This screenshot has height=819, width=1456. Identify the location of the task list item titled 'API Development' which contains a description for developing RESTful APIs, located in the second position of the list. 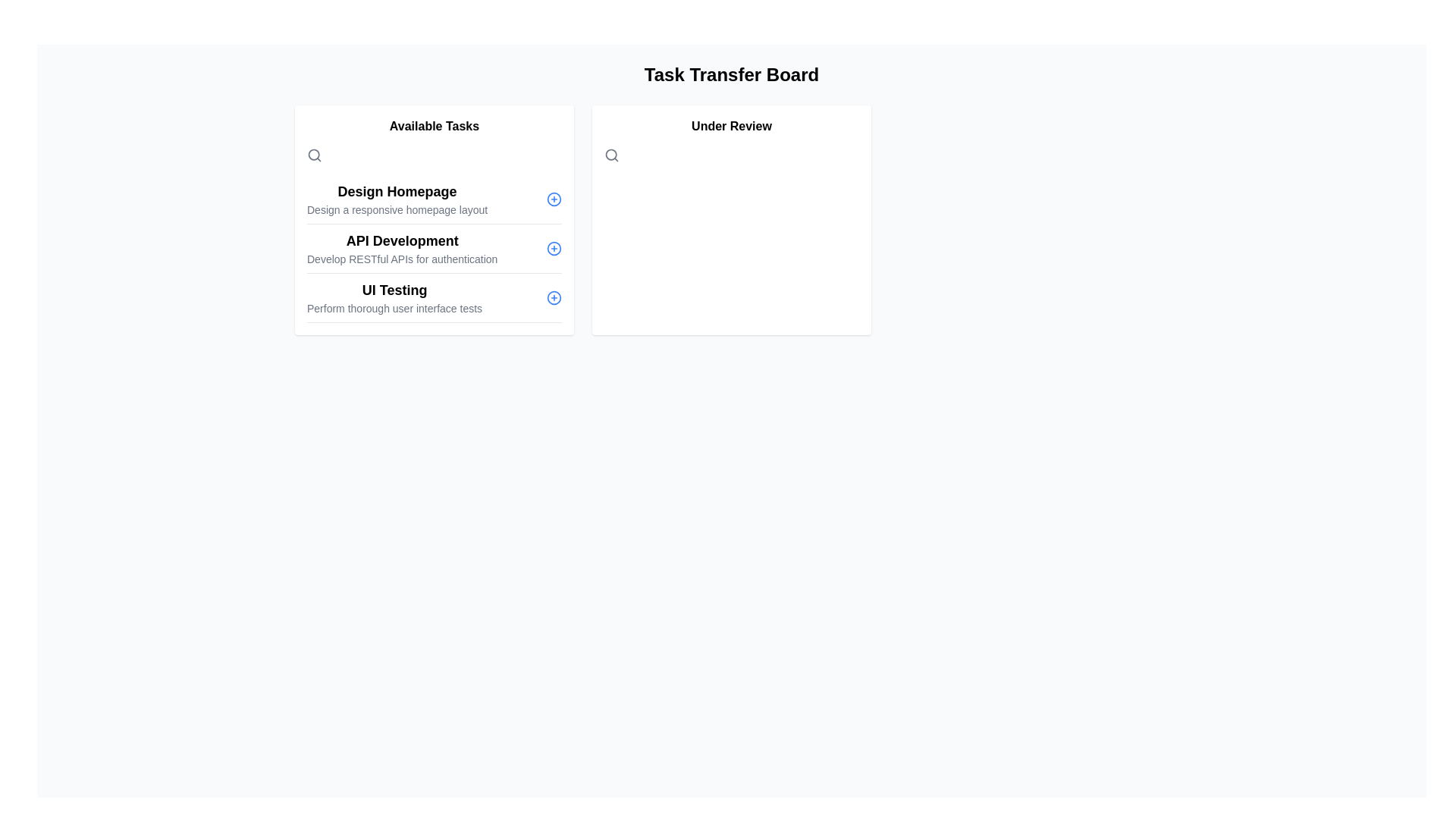
(433, 248).